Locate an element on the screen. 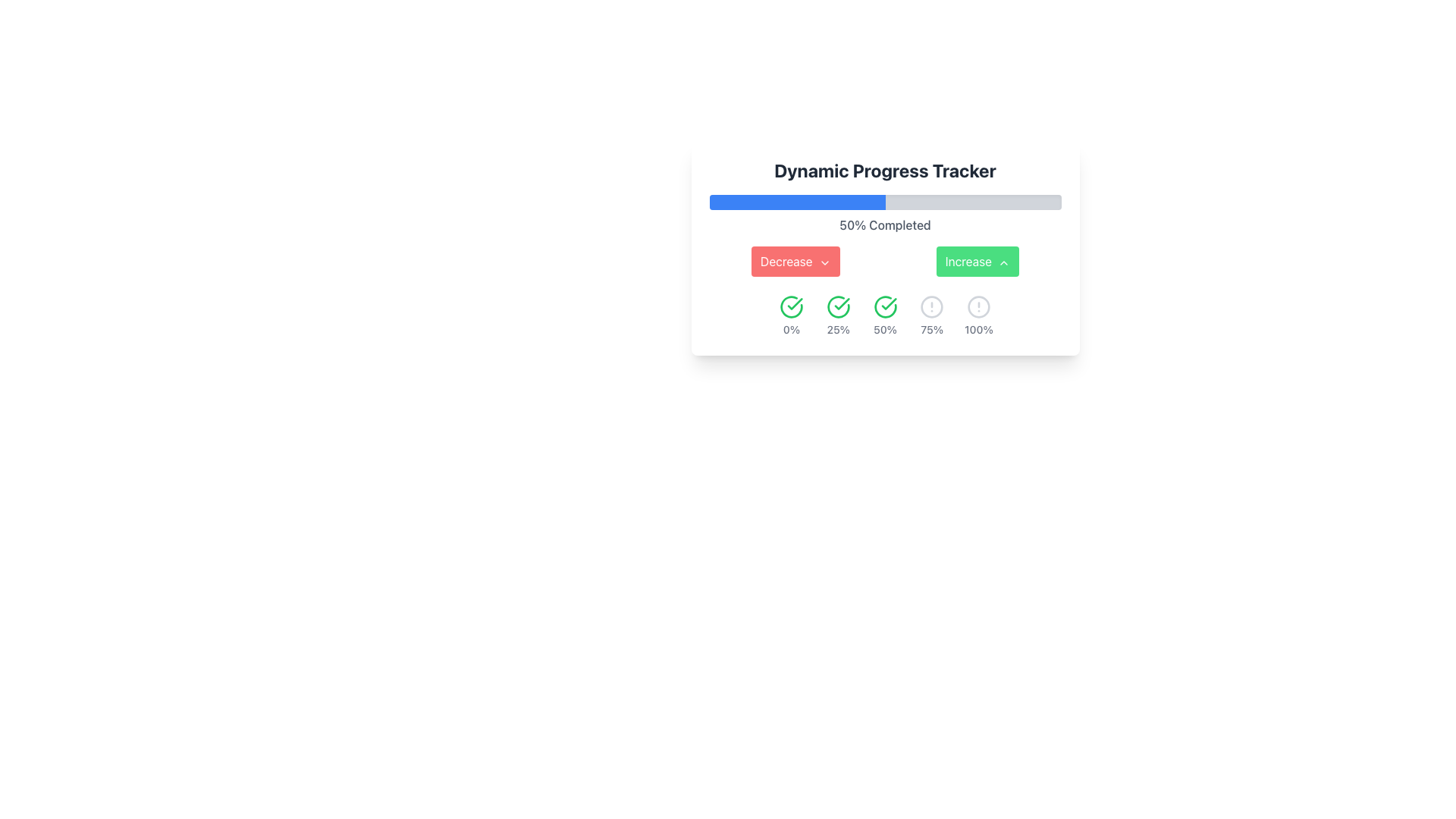 The height and width of the screenshot is (819, 1456). the second checkmark icon indicating the 25% progress level, located beneath the 'Increase' button is located at coordinates (794, 304).